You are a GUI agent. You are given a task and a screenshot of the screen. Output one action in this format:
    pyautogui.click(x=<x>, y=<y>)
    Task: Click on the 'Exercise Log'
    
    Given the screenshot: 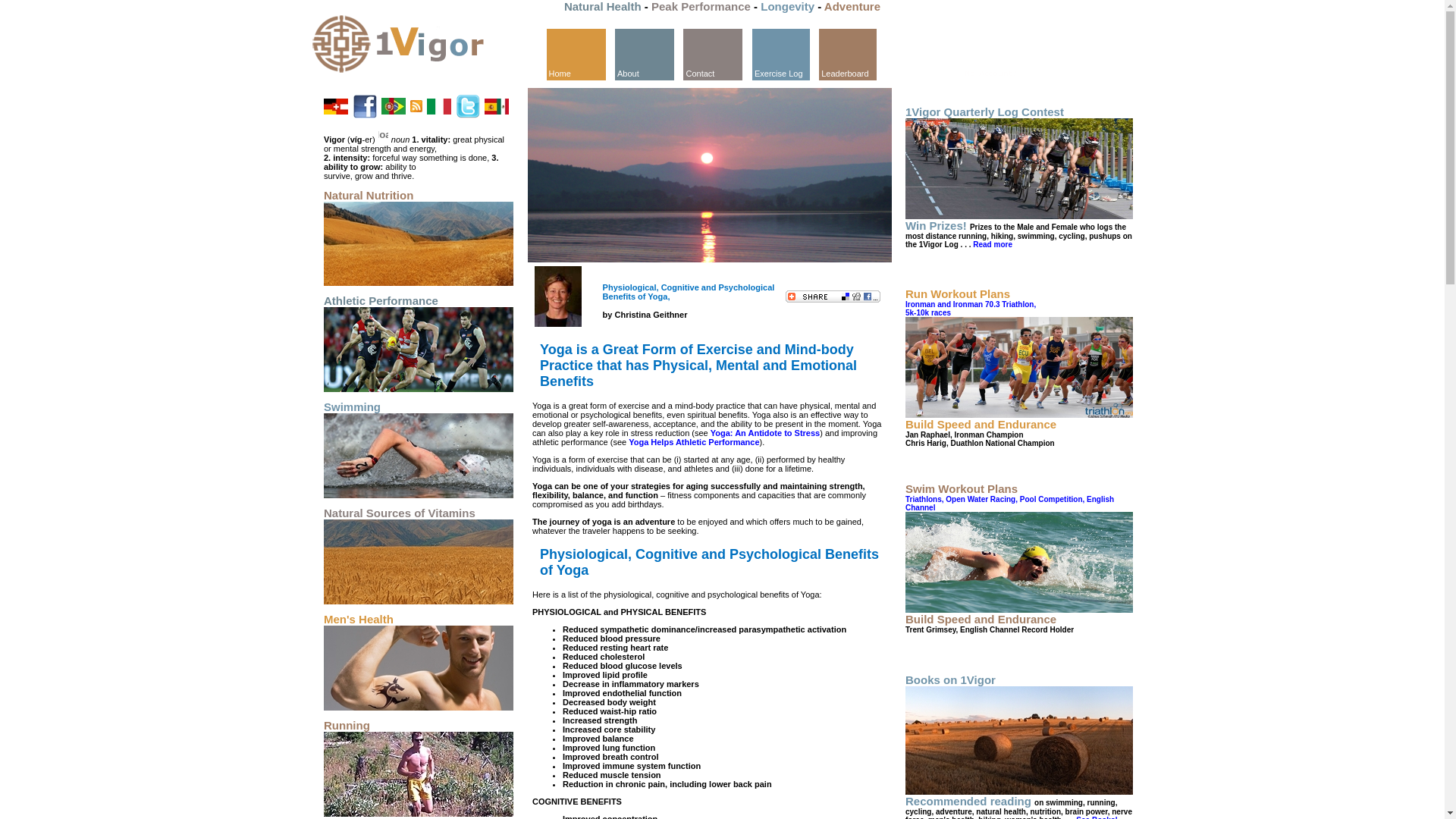 What is the action you would take?
    pyautogui.click(x=781, y=52)
    